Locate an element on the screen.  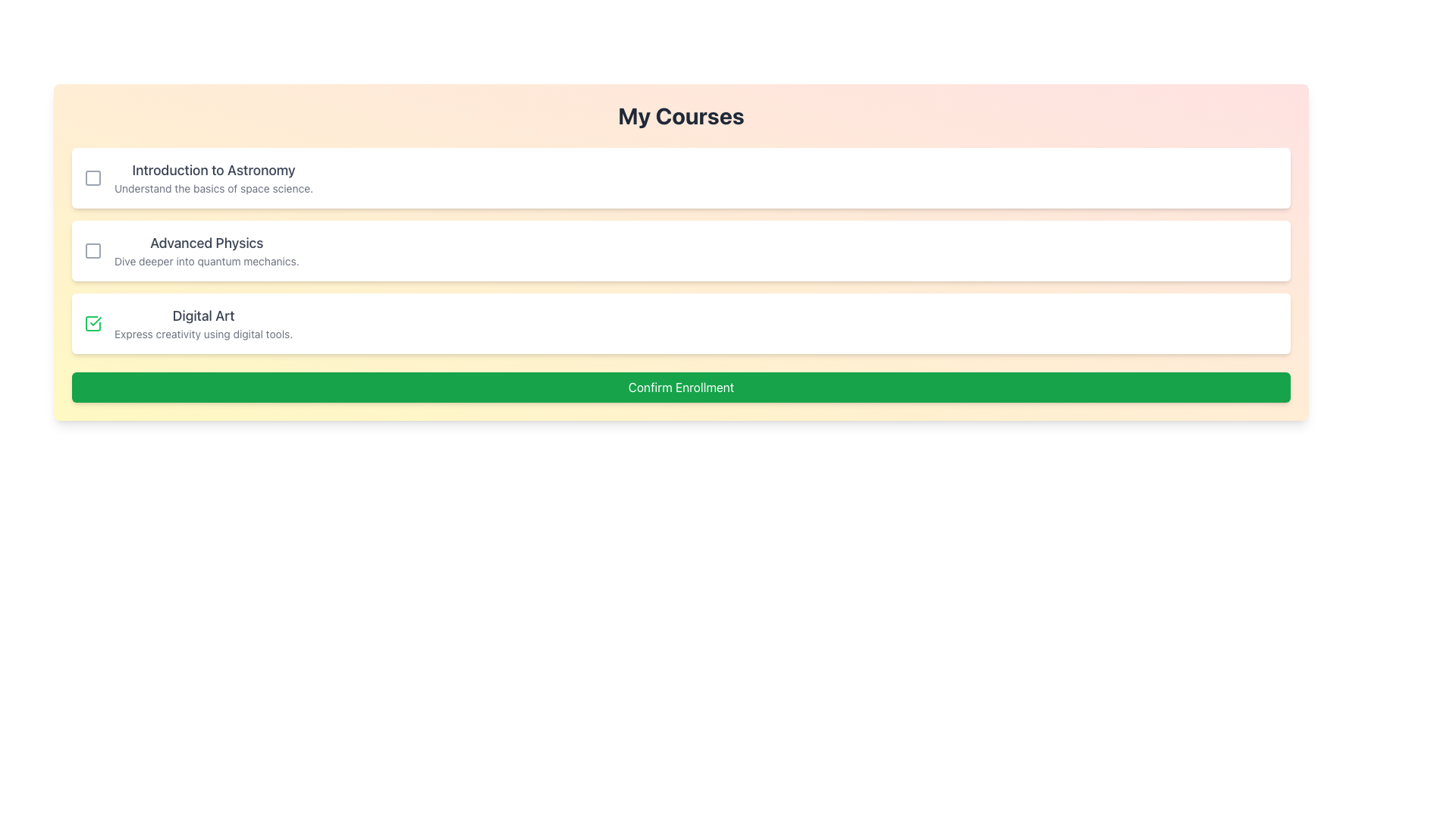
the selection icon that indicates the 'Digital Art' course is selected or enrolled is located at coordinates (93, 323).